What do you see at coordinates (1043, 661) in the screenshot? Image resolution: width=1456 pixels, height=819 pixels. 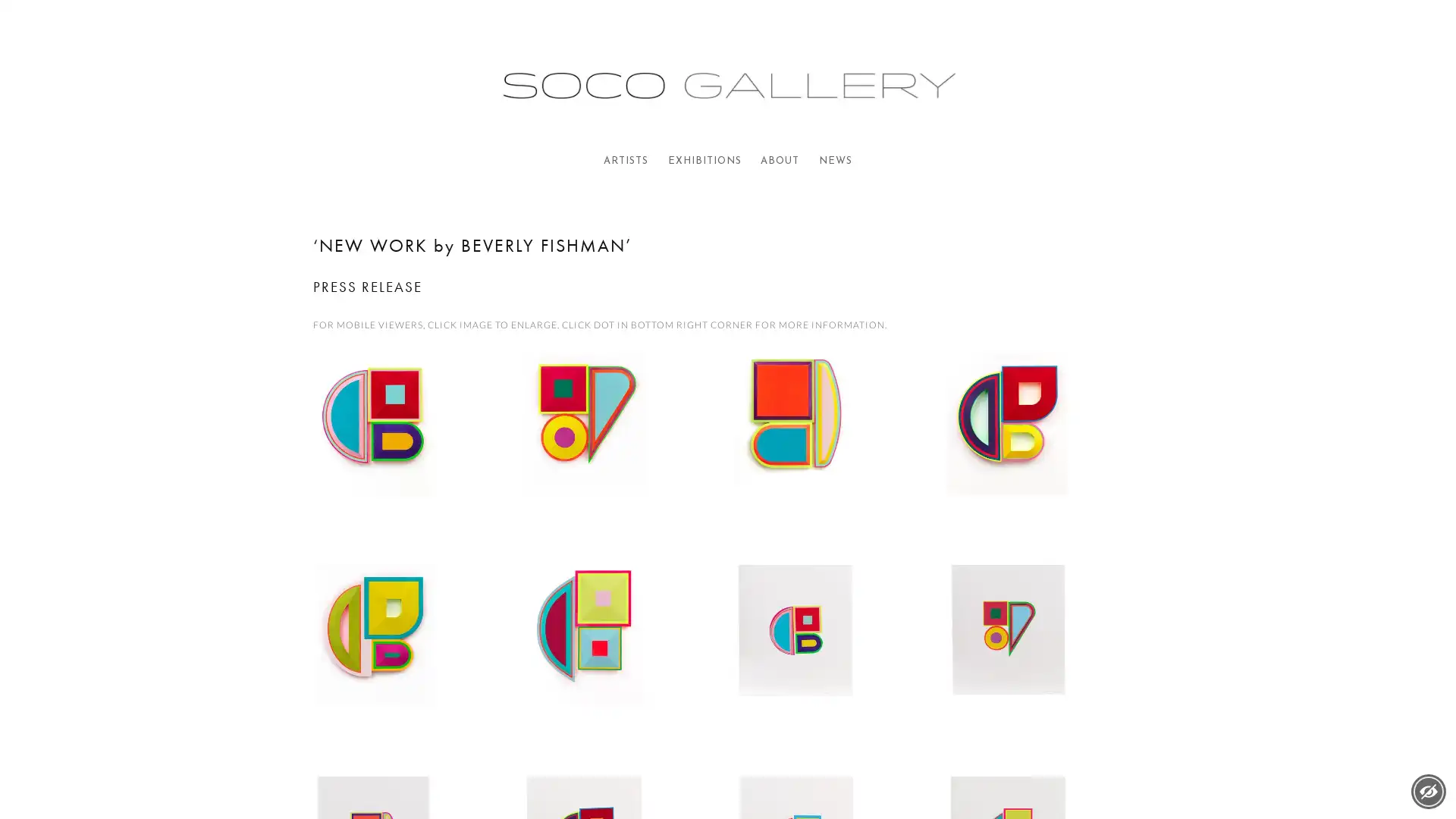 I see `View fullsize BEVERLY FISHMAN Untitled , 2021 vinyl and paper collage on smooth acid free Bristol paper 17 x 14 inches INQUIRE +` at bounding box center [1043, 661].